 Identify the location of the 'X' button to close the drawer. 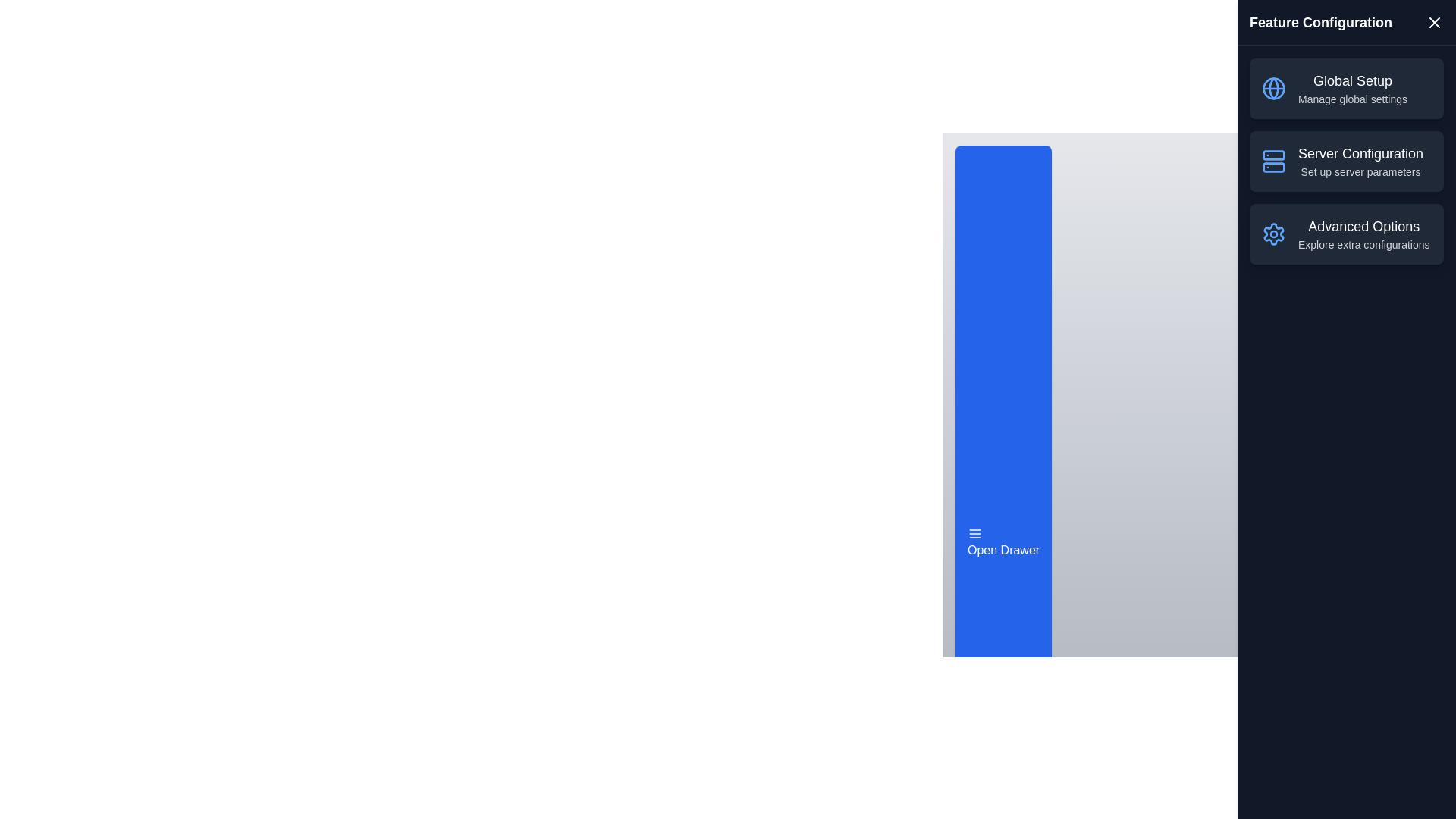
(1433, 23).